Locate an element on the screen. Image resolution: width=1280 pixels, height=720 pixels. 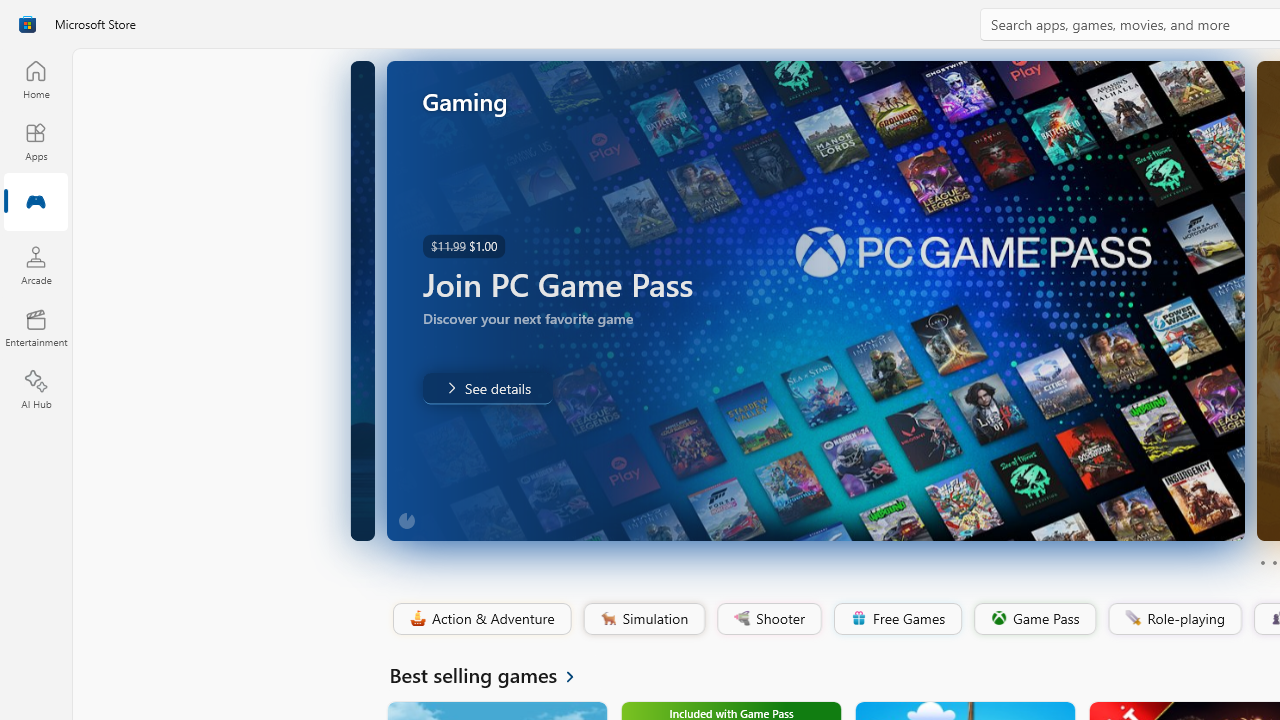
'Shooter' is located at coordinates (767, 618).